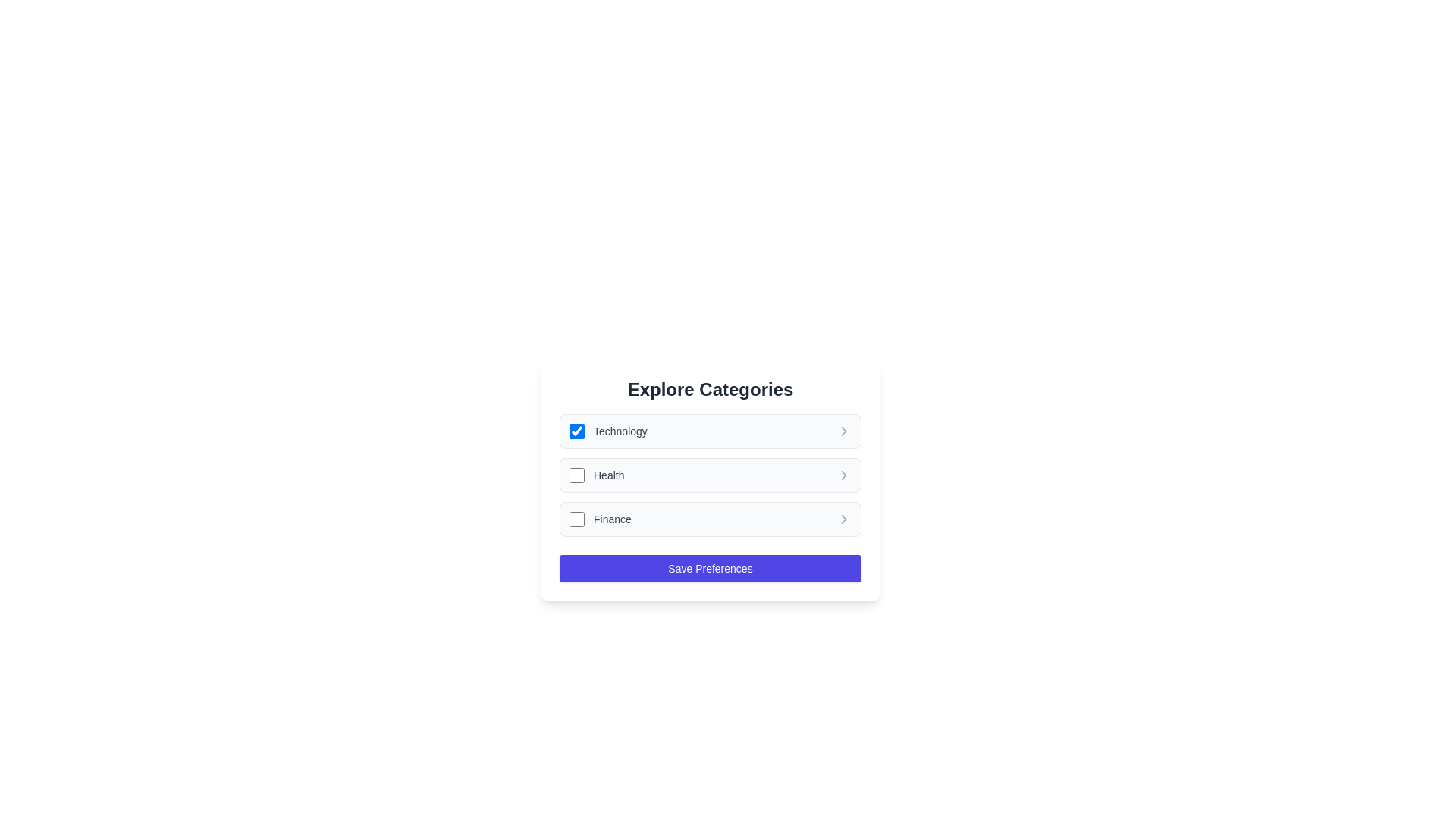  I want to click on the list item Technology to observe its hover effect, so click(709, 431).